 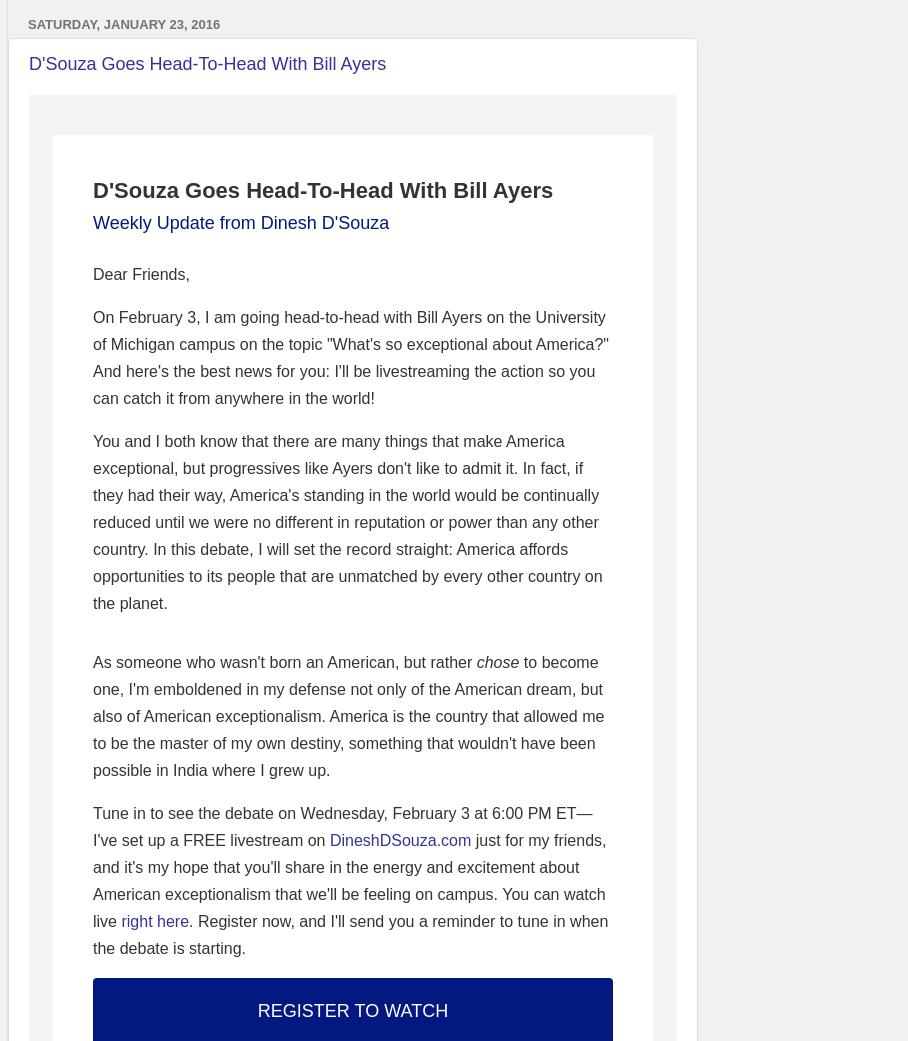 I want to click on 'Saturday, January 23, 2016', so click(x=26, y=22).